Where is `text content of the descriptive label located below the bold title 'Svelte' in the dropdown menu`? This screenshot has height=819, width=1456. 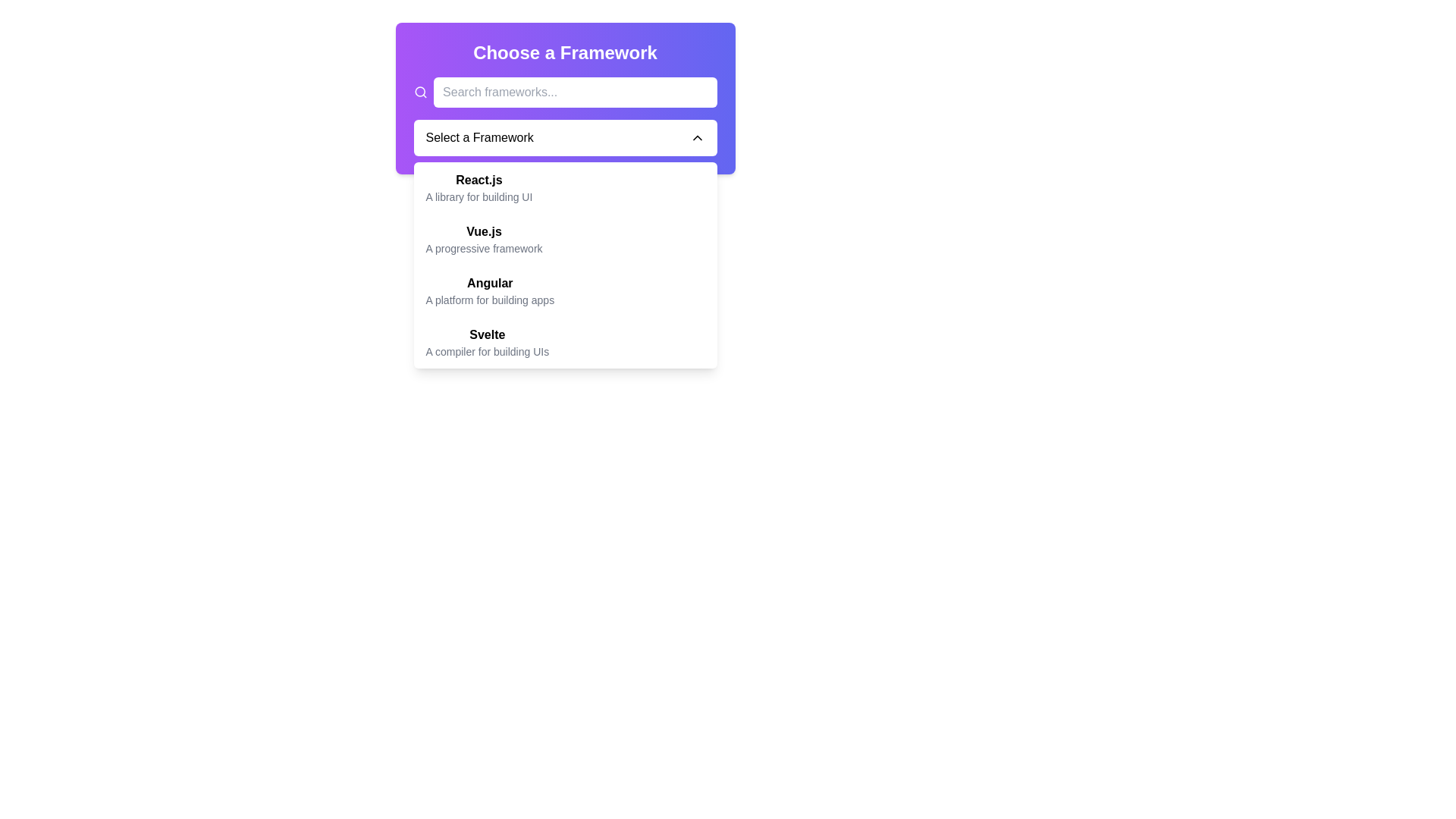
text content of the descriptive label located below the bold title 'Svelte' in the dropdown menu is located at coordinates (487, 351).